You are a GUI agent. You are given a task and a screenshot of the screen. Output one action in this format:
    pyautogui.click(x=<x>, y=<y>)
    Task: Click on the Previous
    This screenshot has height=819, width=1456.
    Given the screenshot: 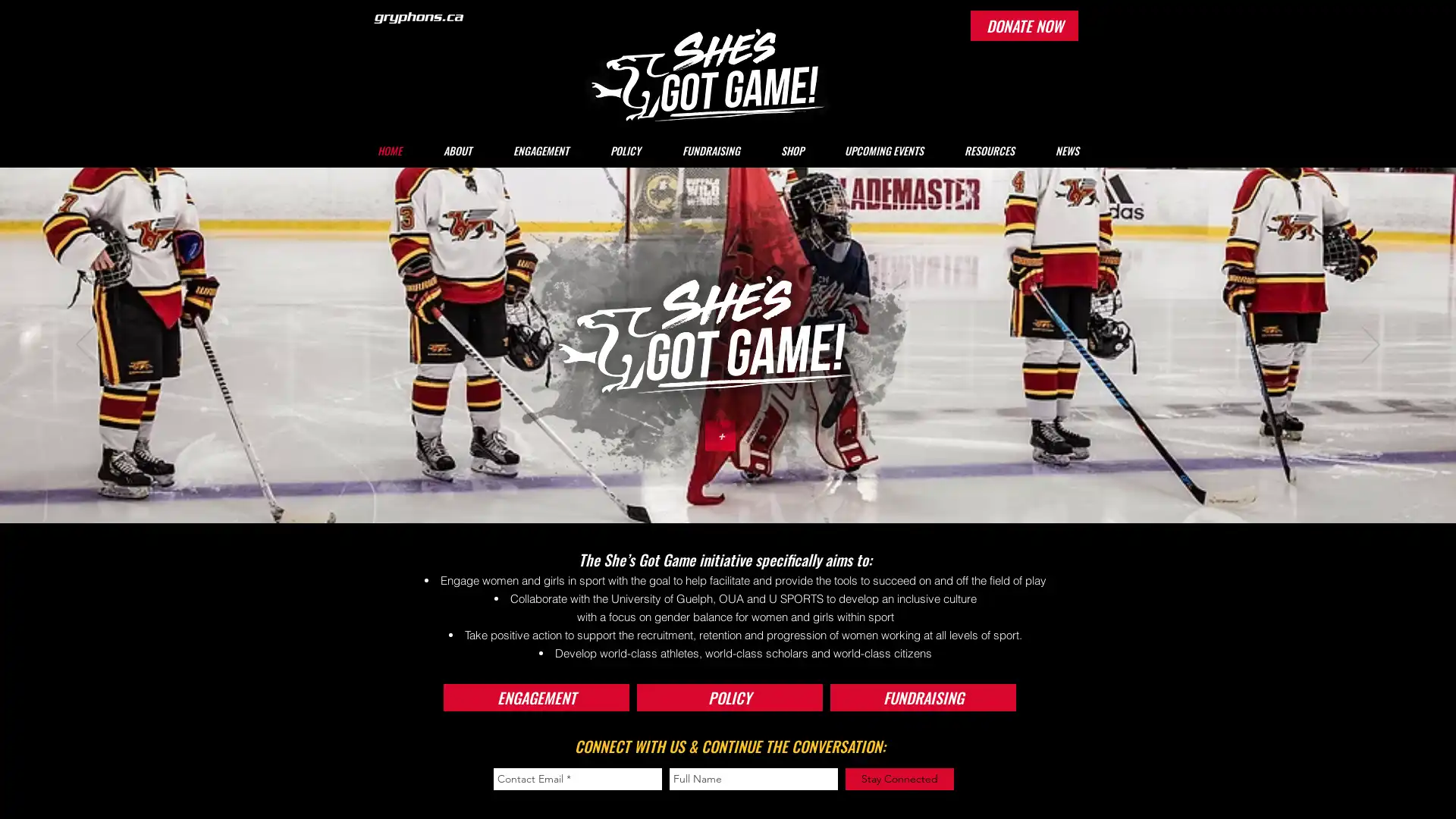 What is the action you would take?
    pyautogui.click(x=84, y=345)
    